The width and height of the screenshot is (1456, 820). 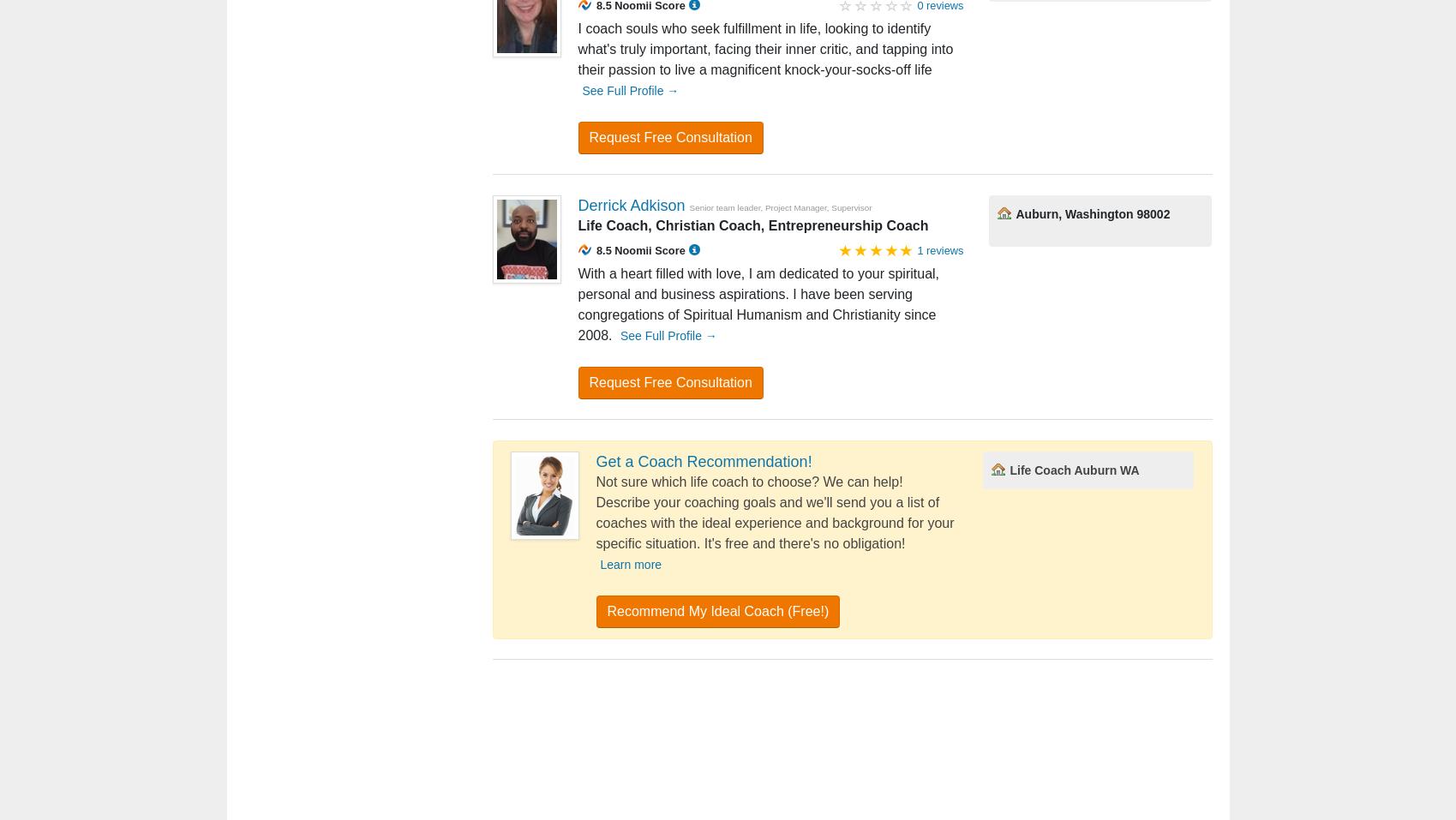 I want to click on 'Performance Coaching', so click(x=676, y=743).